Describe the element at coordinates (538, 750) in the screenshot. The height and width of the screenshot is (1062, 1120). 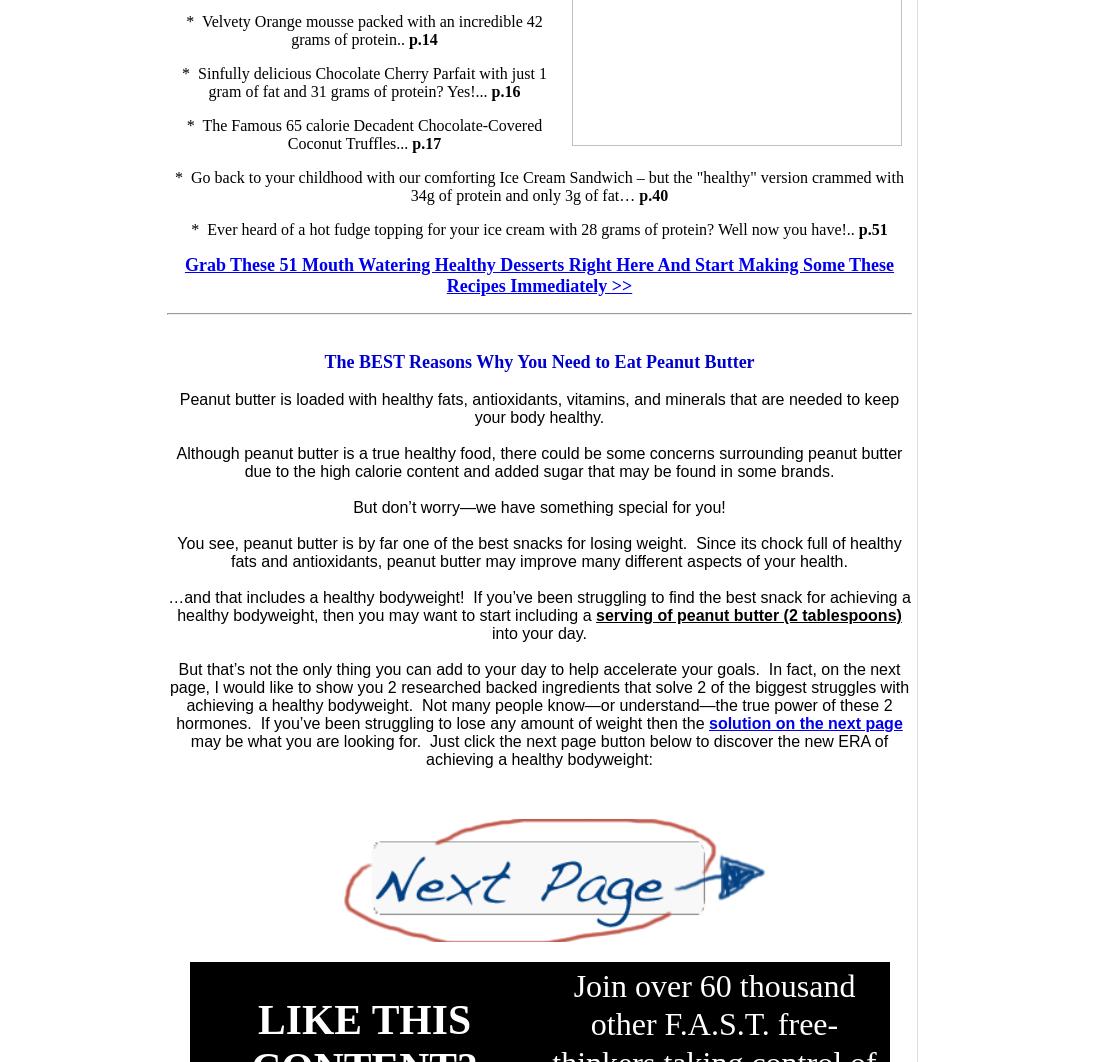
I see `'may be what you are looking for.  Just click the next page button below to discover the new ERA of achieving a healthy bodyweight:'` at that location.